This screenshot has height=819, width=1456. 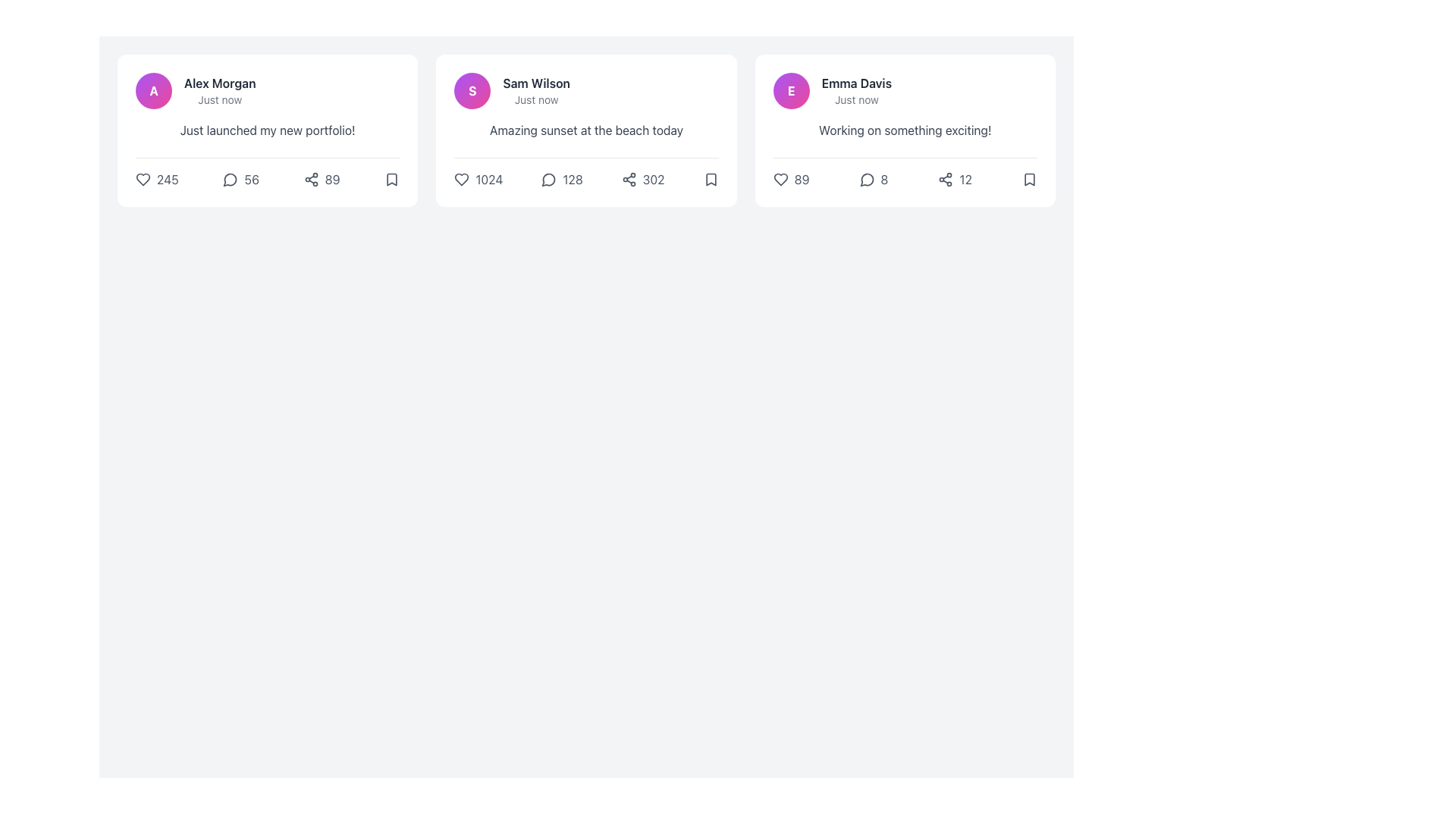 What do you see at coordinates (219, 90) in the screenshot?
I see `the text display that shows the user's name and recent activity timestamp, which is located at the topmost area of a card on the leftmost side of a row of cards, directly to the right of a circular avatar icon` at bounding box center [219, 90].